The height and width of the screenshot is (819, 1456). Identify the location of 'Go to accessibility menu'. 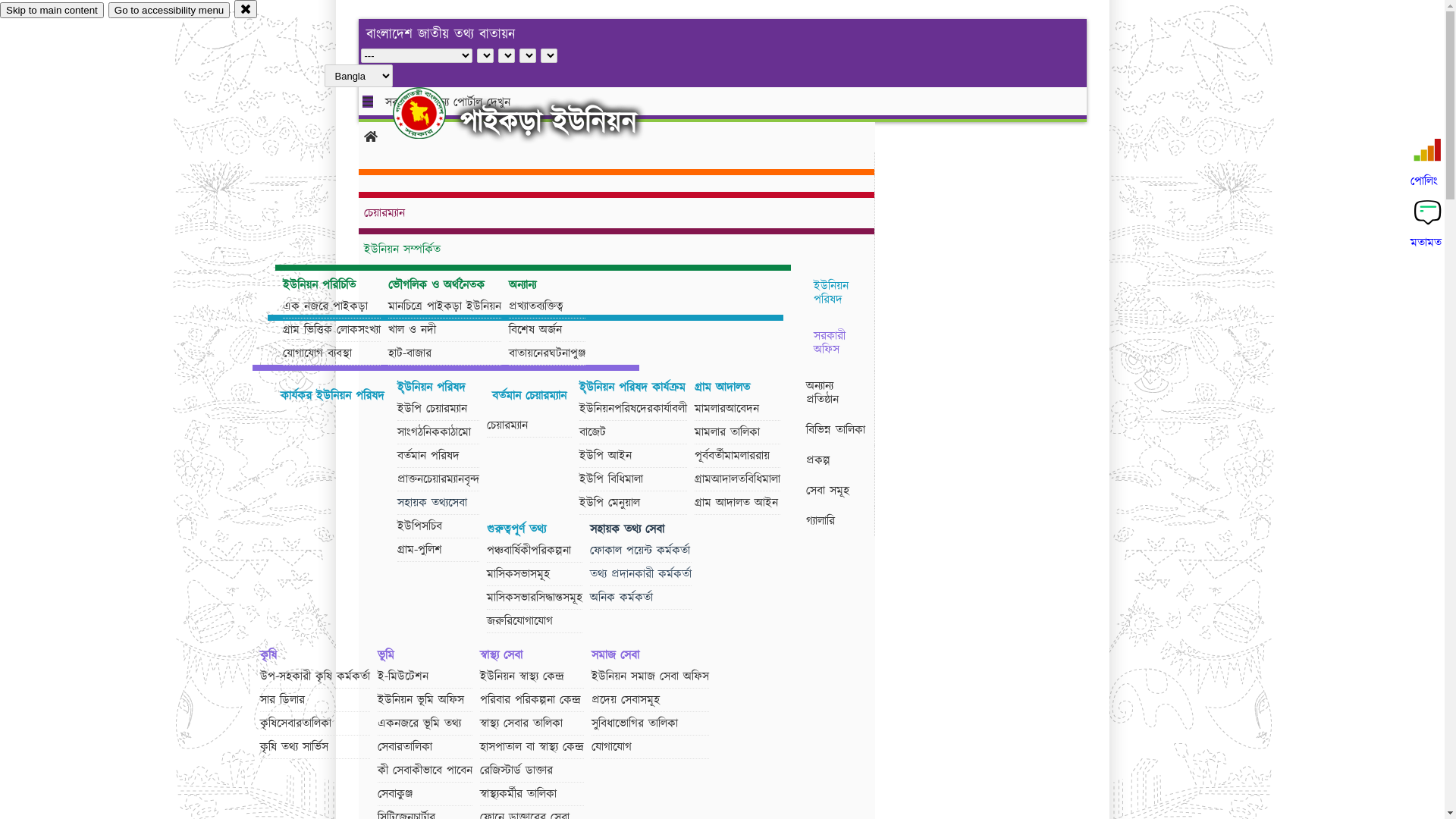
(168, 10).